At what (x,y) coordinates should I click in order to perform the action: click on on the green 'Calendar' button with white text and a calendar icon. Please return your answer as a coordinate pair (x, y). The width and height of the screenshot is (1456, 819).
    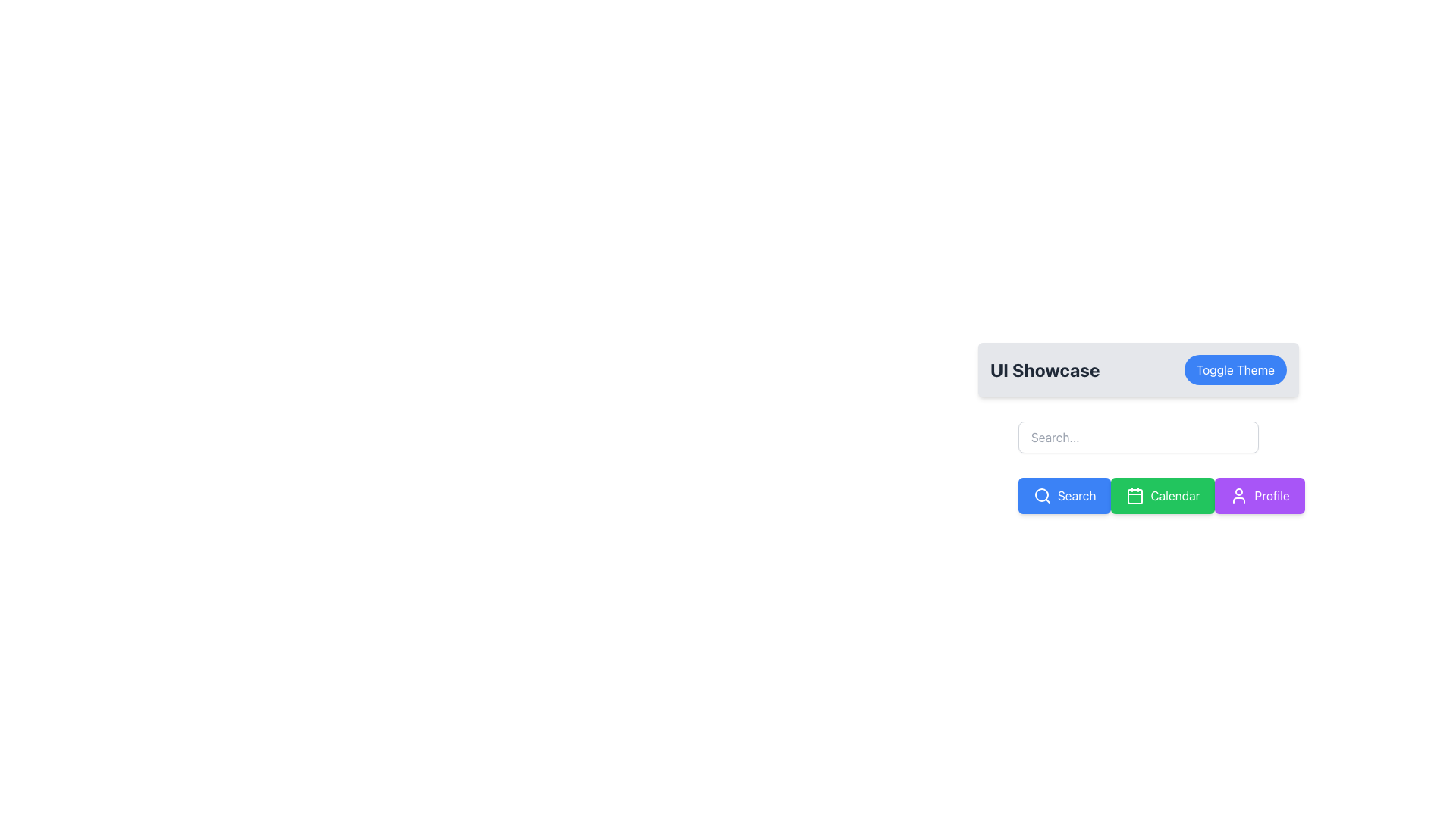
    Looking at the image, I should click on (1162, 496).